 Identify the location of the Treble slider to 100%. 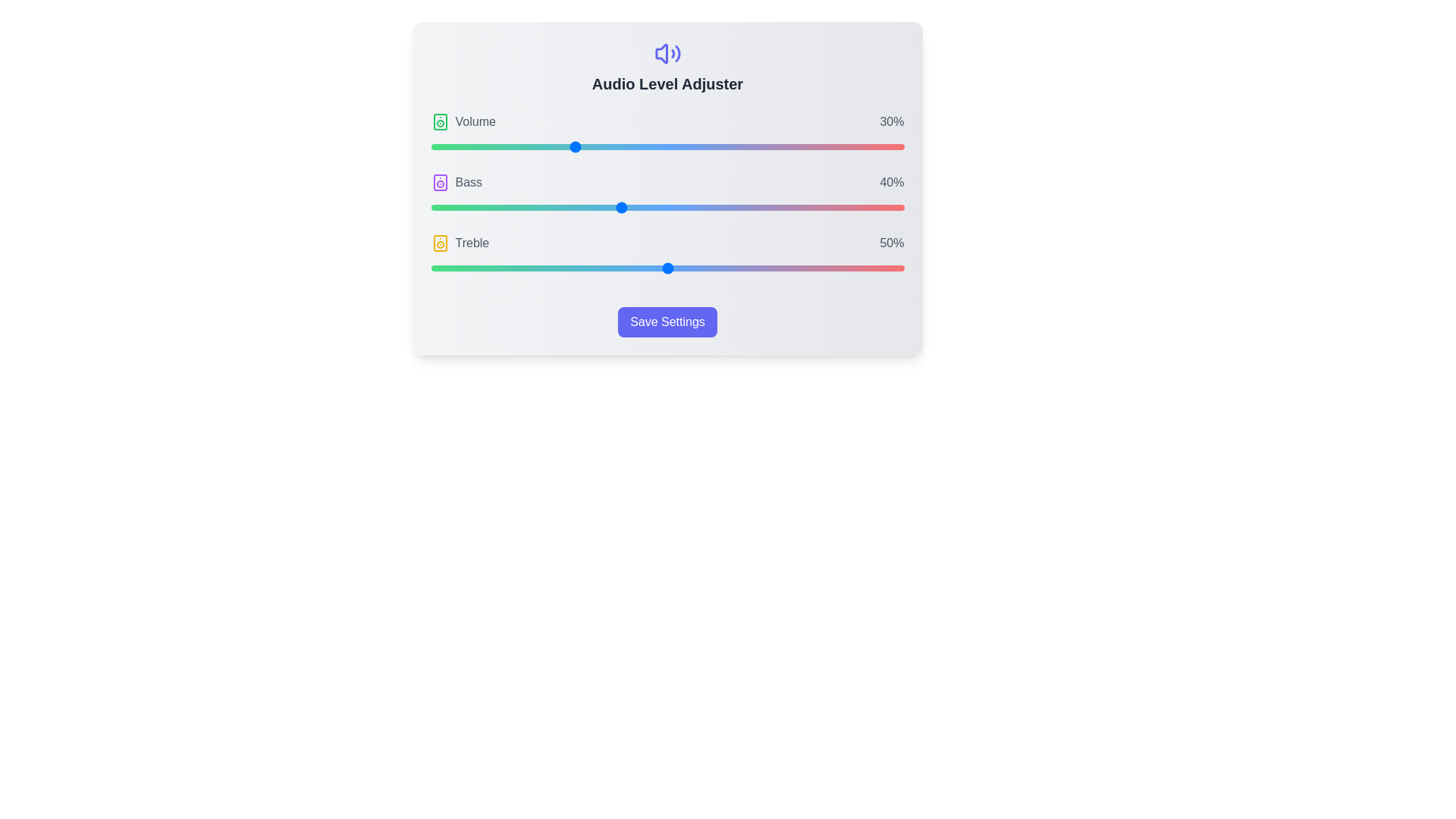
(904, 268).